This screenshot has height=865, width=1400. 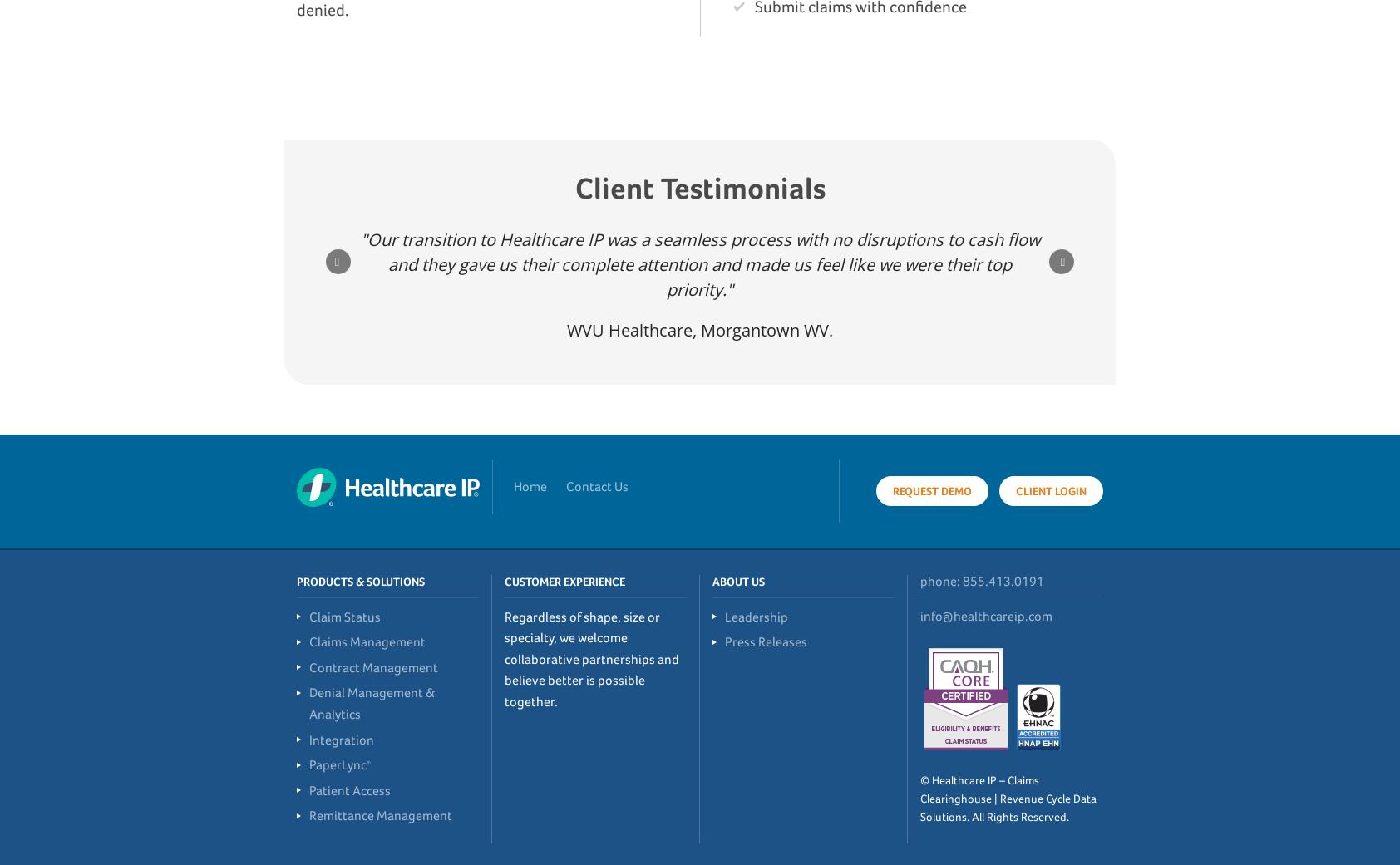 What do you see at coordinates (723, 616) in the screenshot?
I see `'Leadership'` at bounding box center [723, 616].